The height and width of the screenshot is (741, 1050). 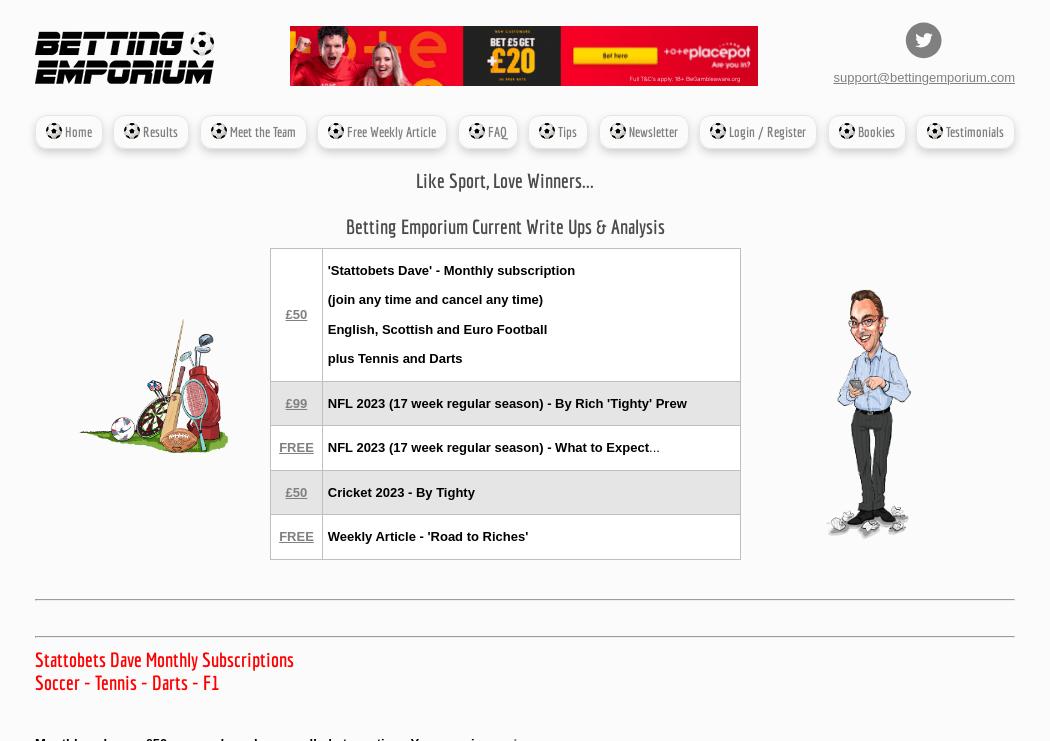 What do you see at coordinates (972, 130) in the screenshot?
I see `'Testimonials'` at bounding box center [972, 130].